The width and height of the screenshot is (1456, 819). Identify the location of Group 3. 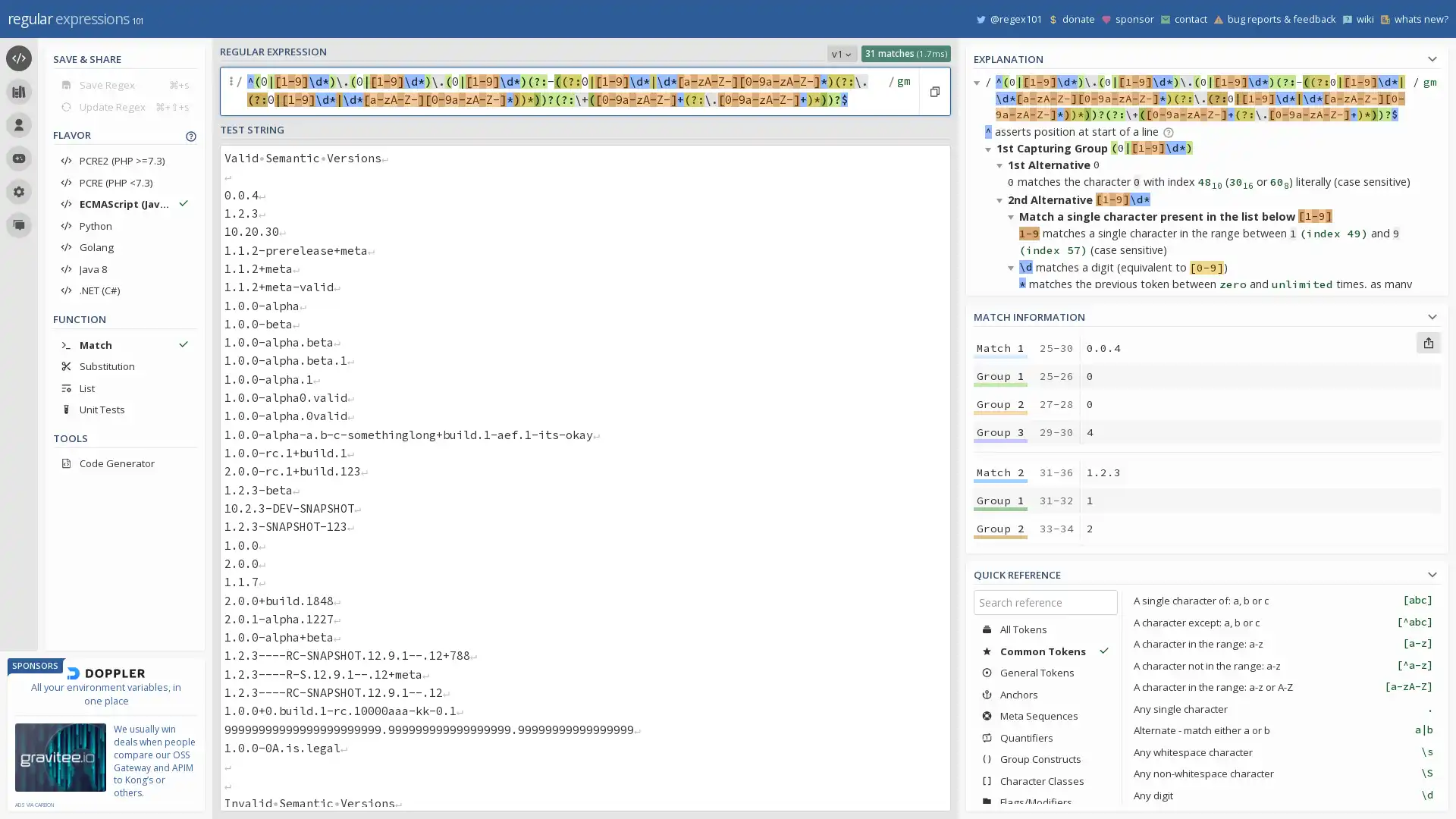
(1000, 556).